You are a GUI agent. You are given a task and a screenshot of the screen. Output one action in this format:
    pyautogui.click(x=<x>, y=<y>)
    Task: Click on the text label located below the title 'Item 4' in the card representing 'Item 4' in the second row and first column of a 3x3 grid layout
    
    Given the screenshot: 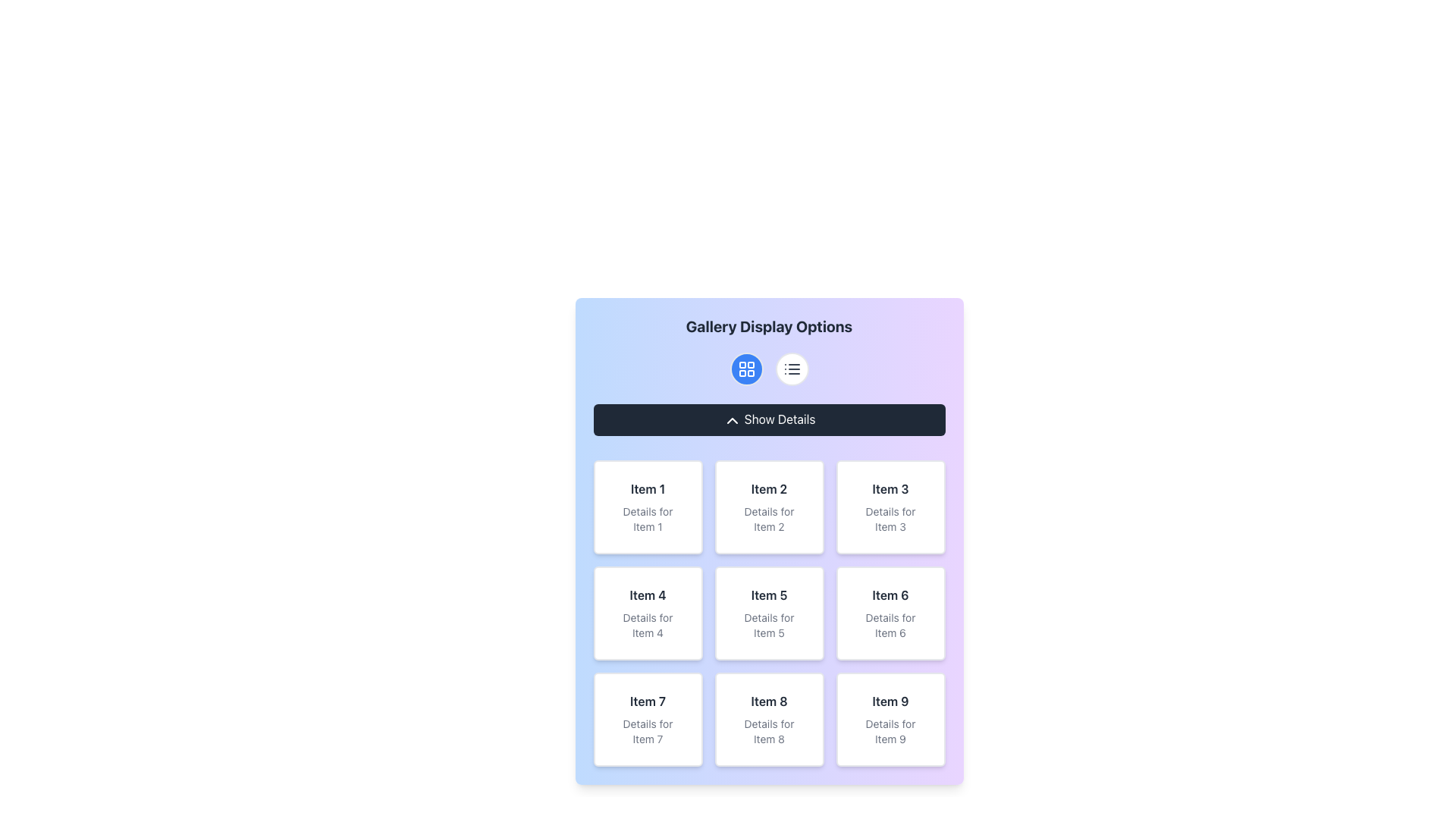 What is the action you would take?
    pyautogui.click(x=648, y=625)
    